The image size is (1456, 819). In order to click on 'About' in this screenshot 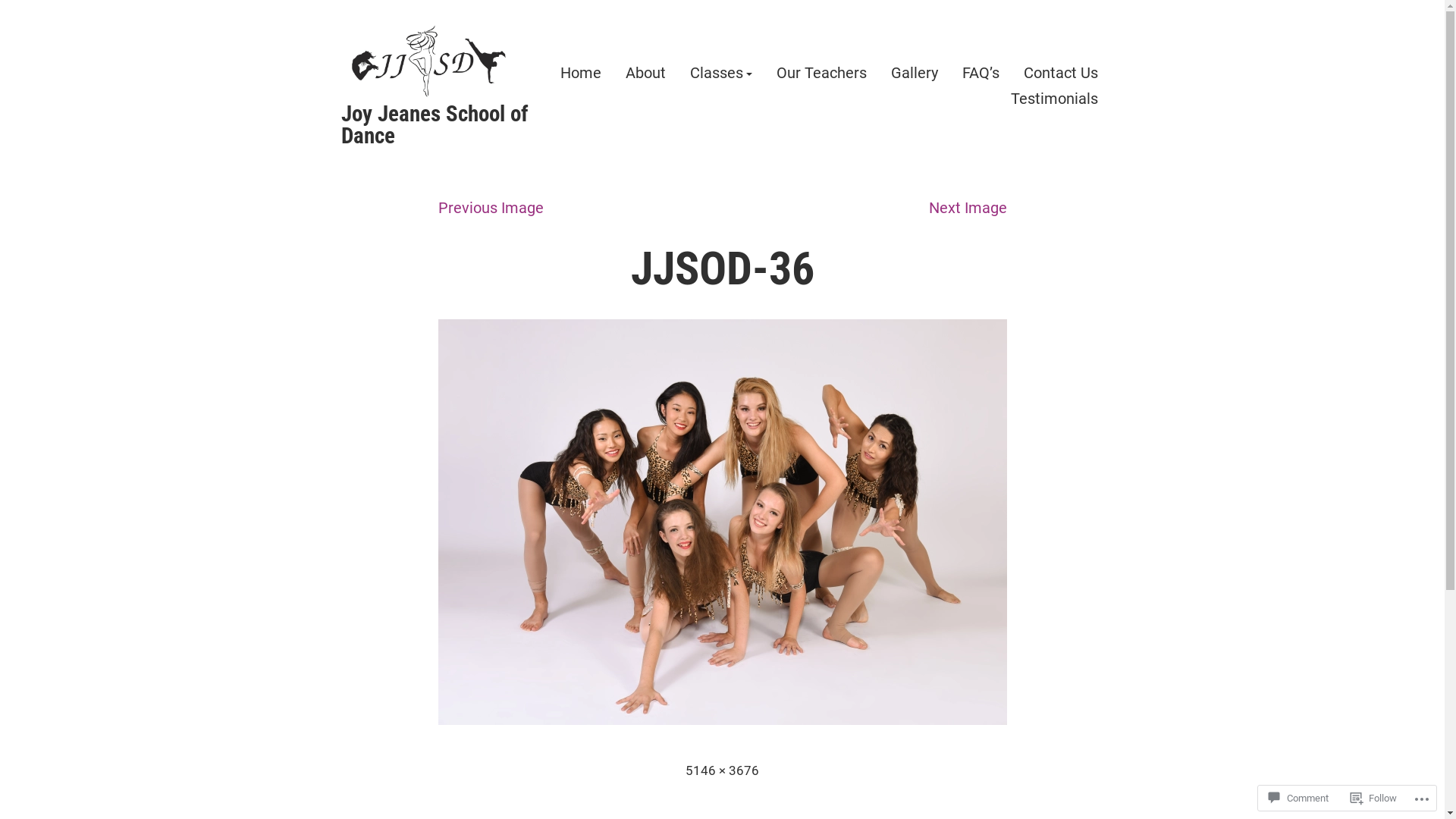, I will do `click(645, 73)`.